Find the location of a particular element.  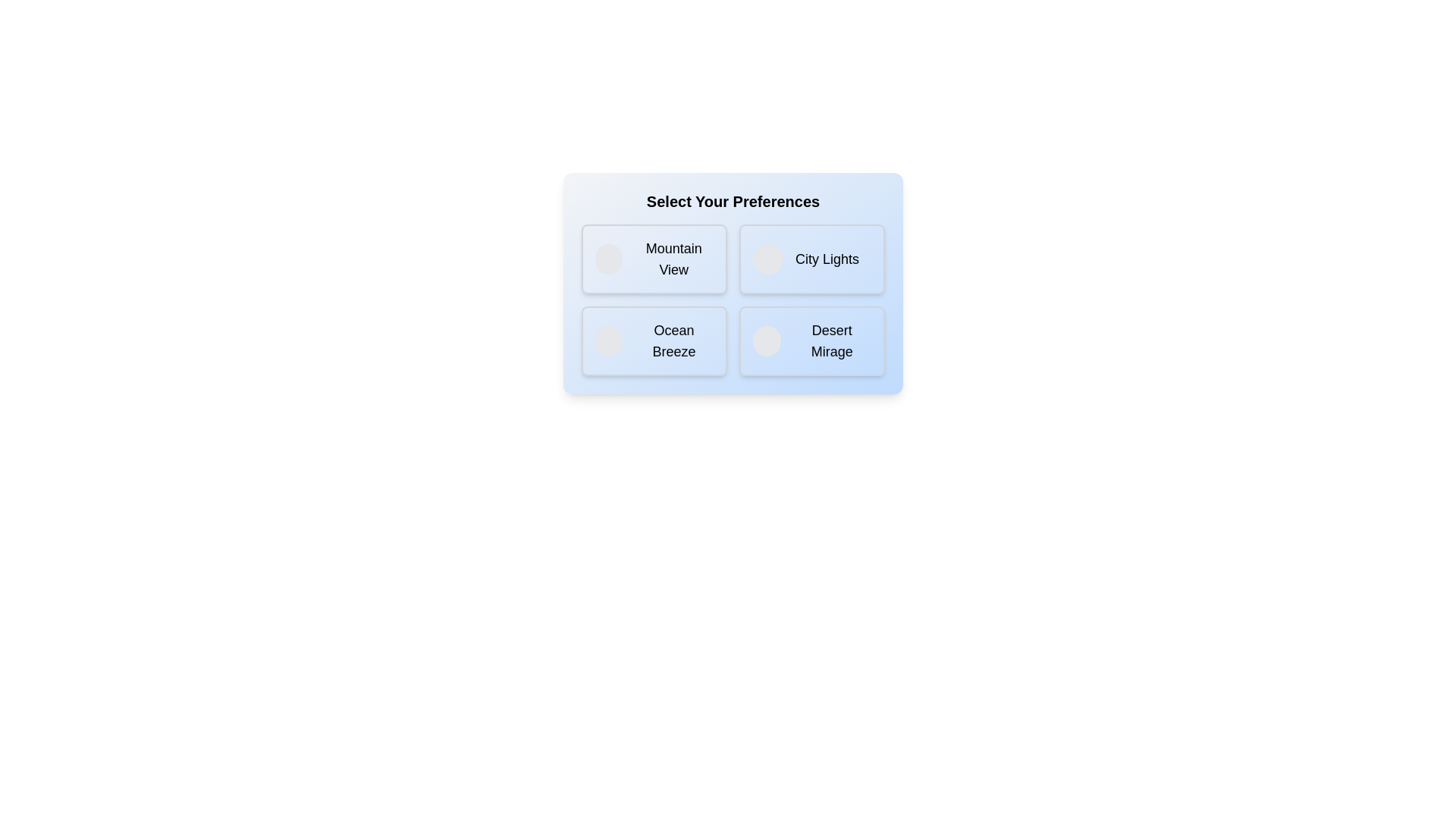

the option labeled Desert Mirage to observe visual feedback is located at coordinates (811, 341).